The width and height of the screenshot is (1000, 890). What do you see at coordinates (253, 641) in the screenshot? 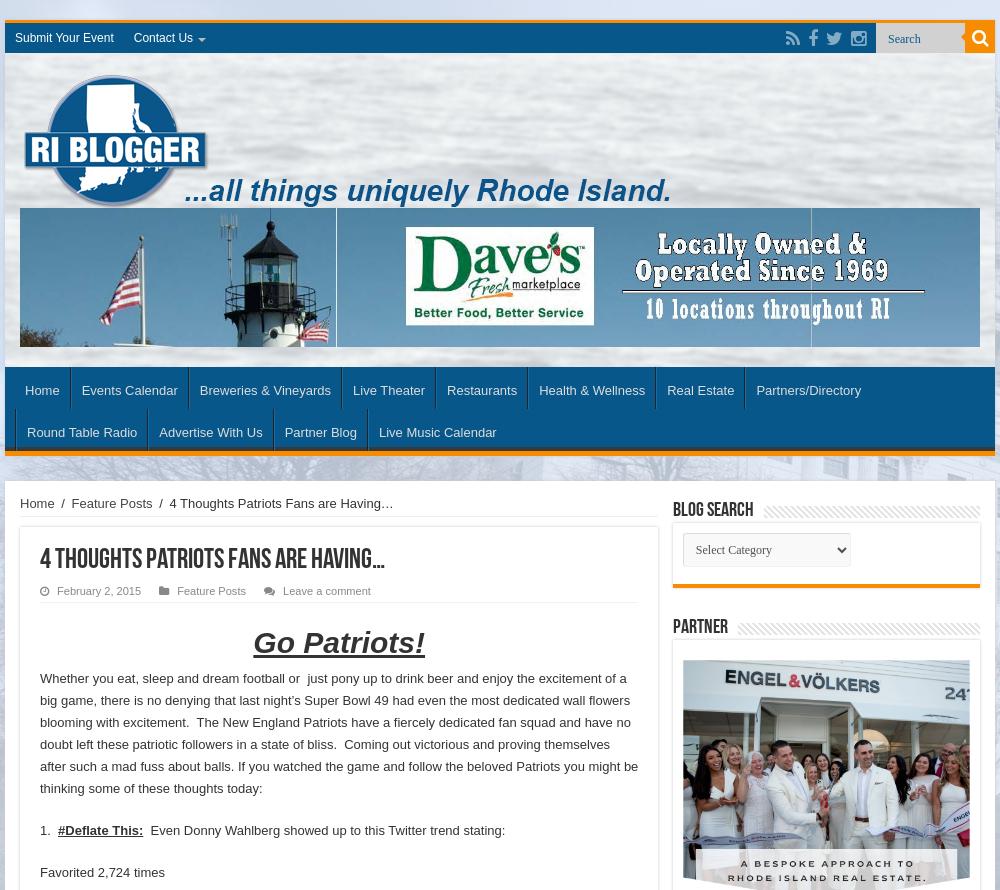
I see `'Go Patriots!'` at bounding box center [253, 641].